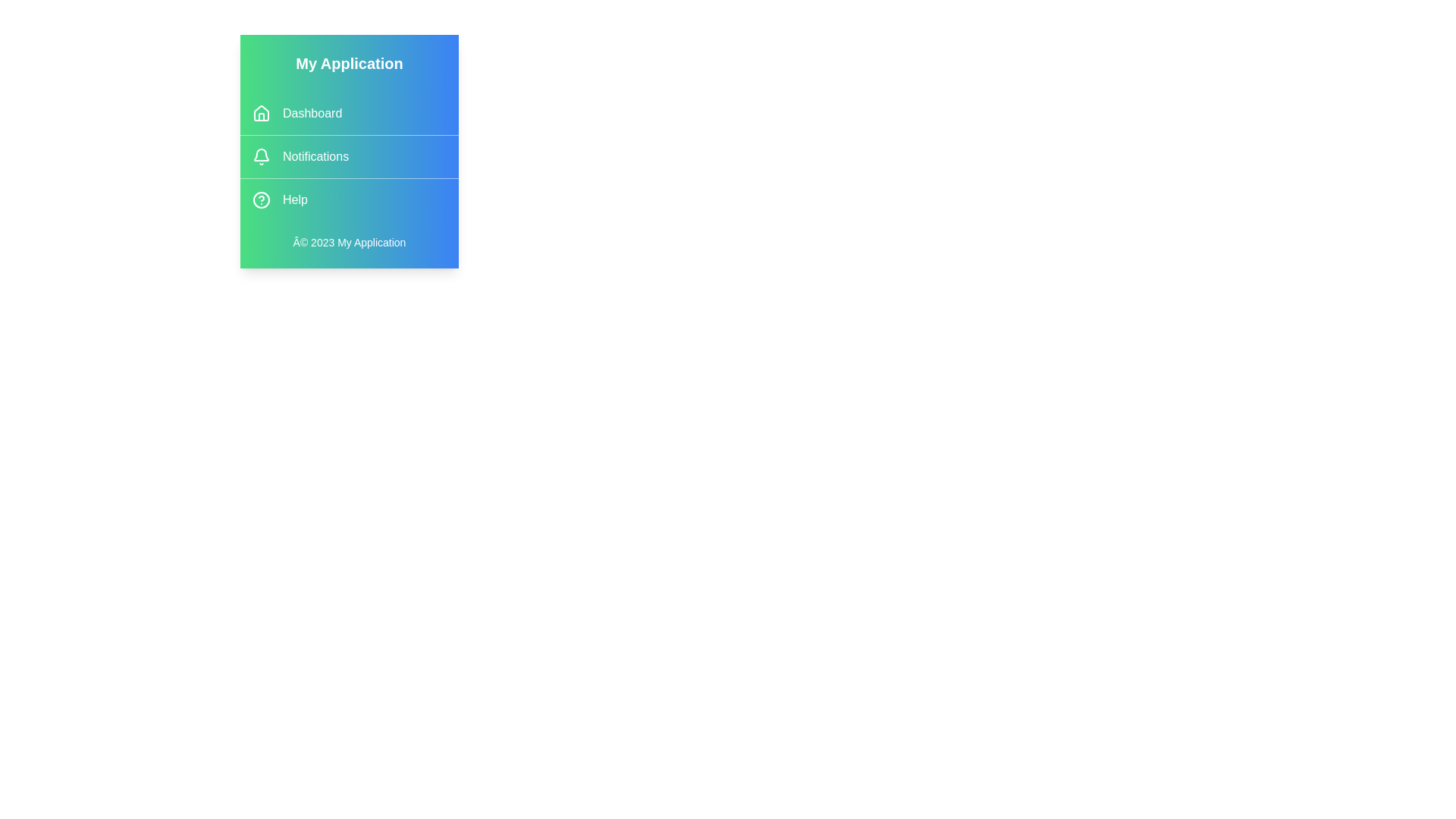 The image size is (1456, 819). I want to click on the menu item labeled Help, so click(348, 199).